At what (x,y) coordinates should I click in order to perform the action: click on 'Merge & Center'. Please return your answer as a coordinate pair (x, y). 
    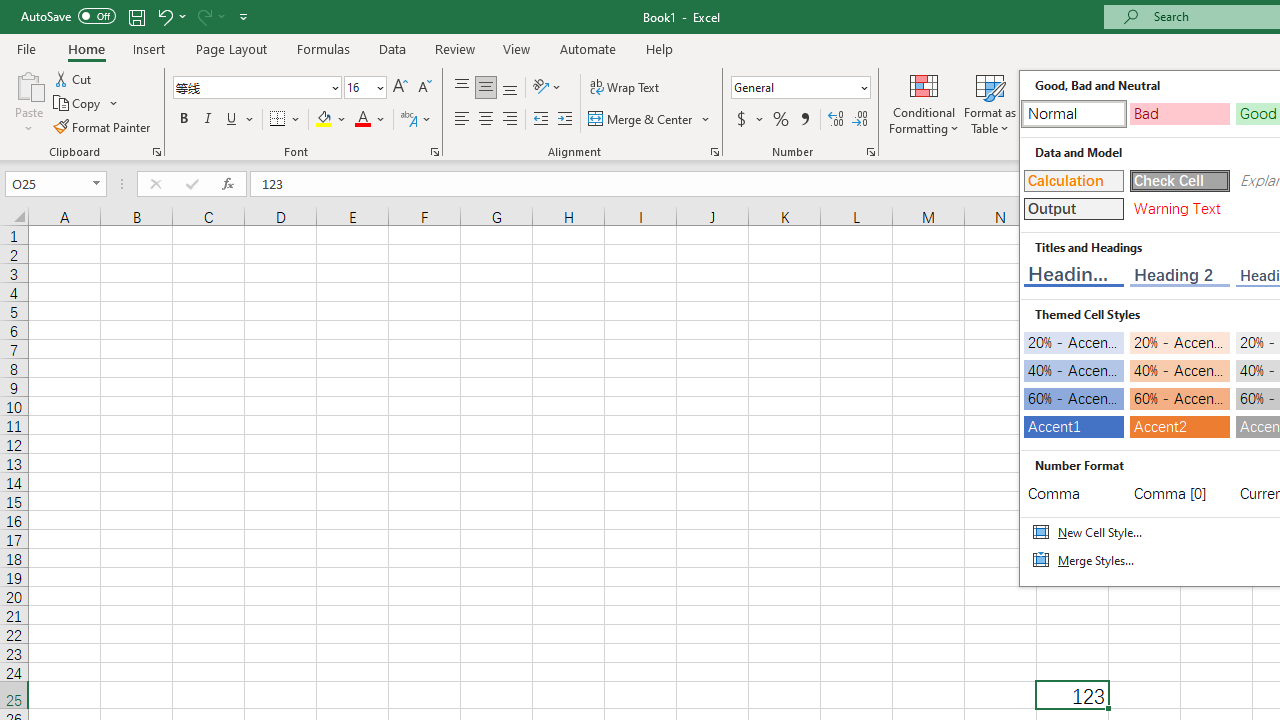
    Looking at the image, I should click on (641, 119).